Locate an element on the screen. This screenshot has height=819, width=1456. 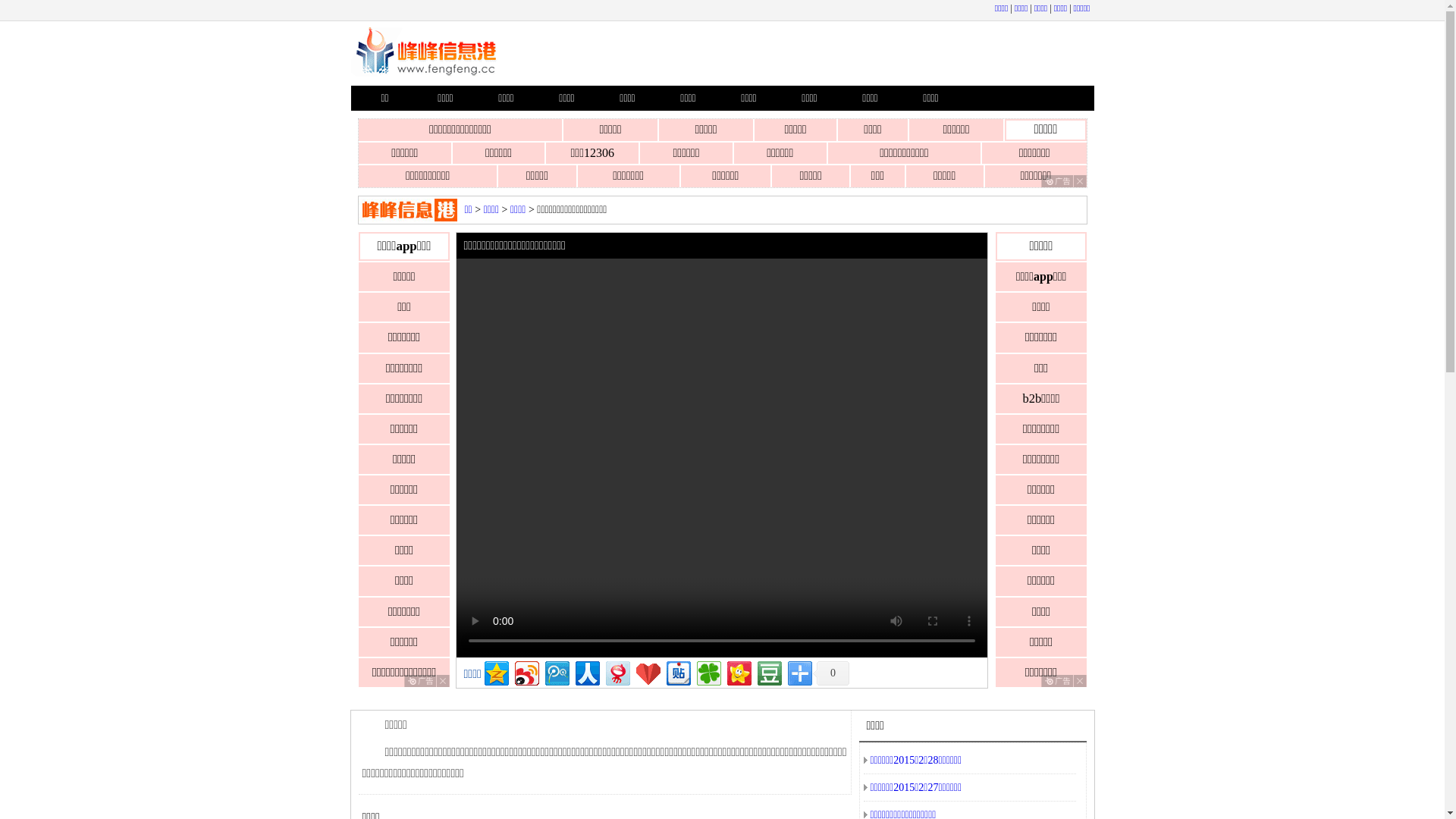
'0' is located at coordinates (830, 672).